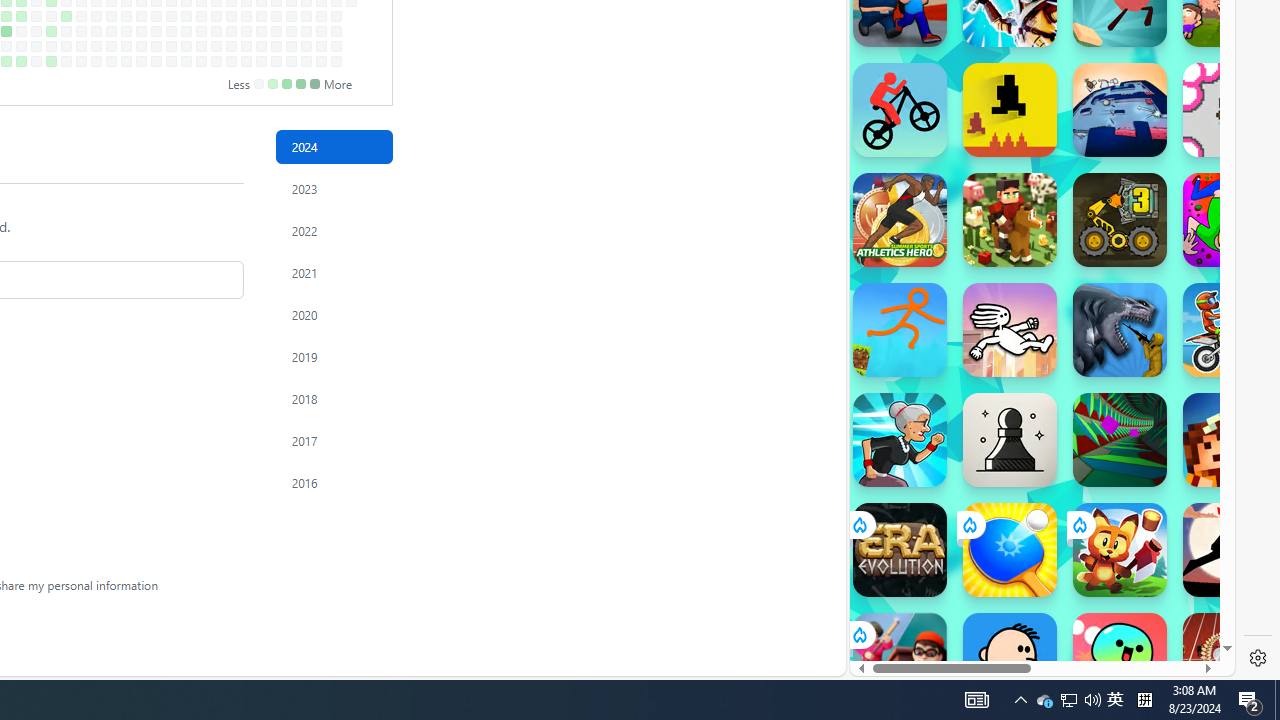 Image resolution: width=1280 pixels, height=720 pixels. I want to click on 'No contributions on December 12th.', so click(305, 31).